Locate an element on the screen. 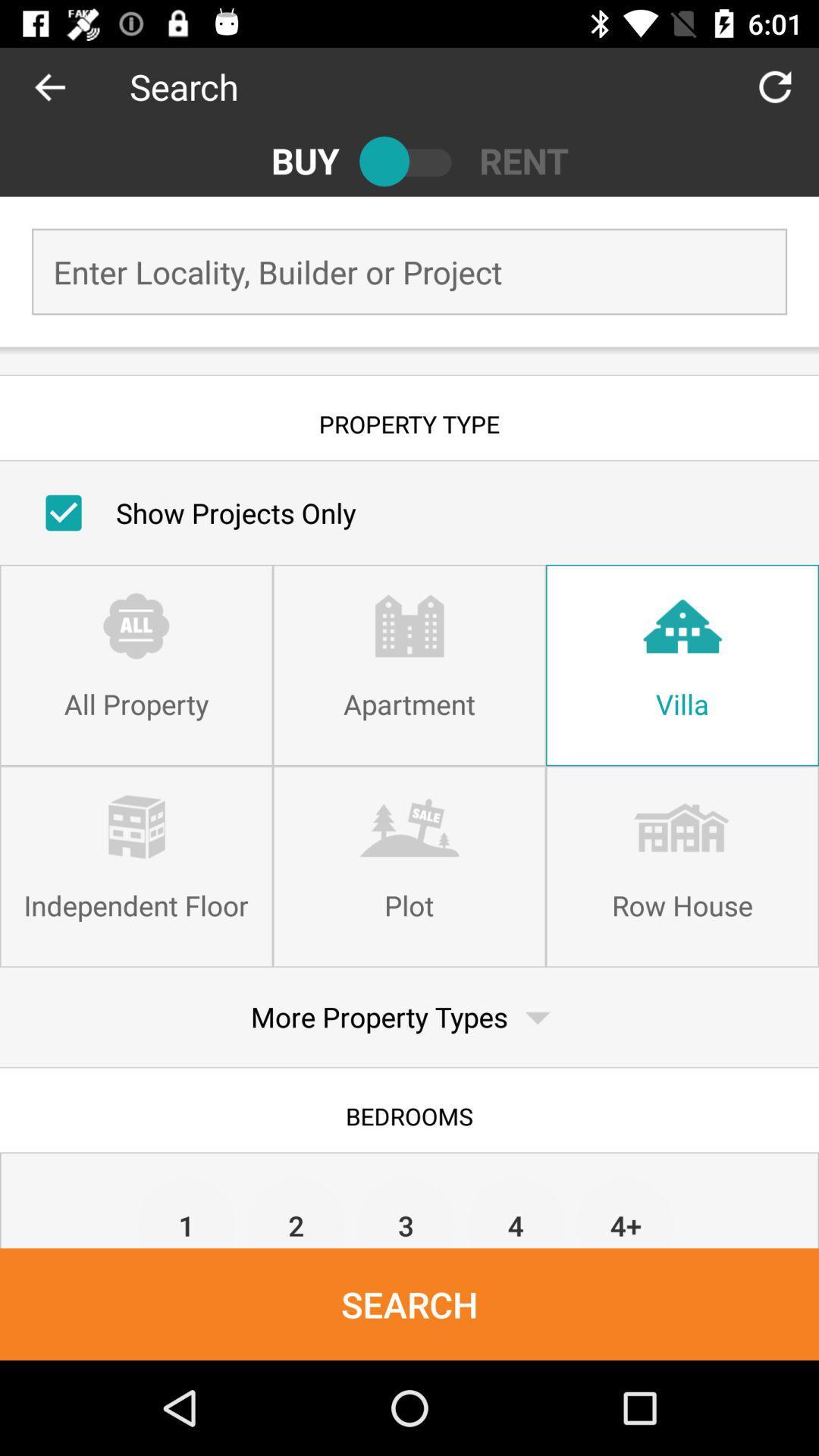 The height and width of the screenshot is (1456, 819). the icon next to the buy is located at coordinates (409, 161).